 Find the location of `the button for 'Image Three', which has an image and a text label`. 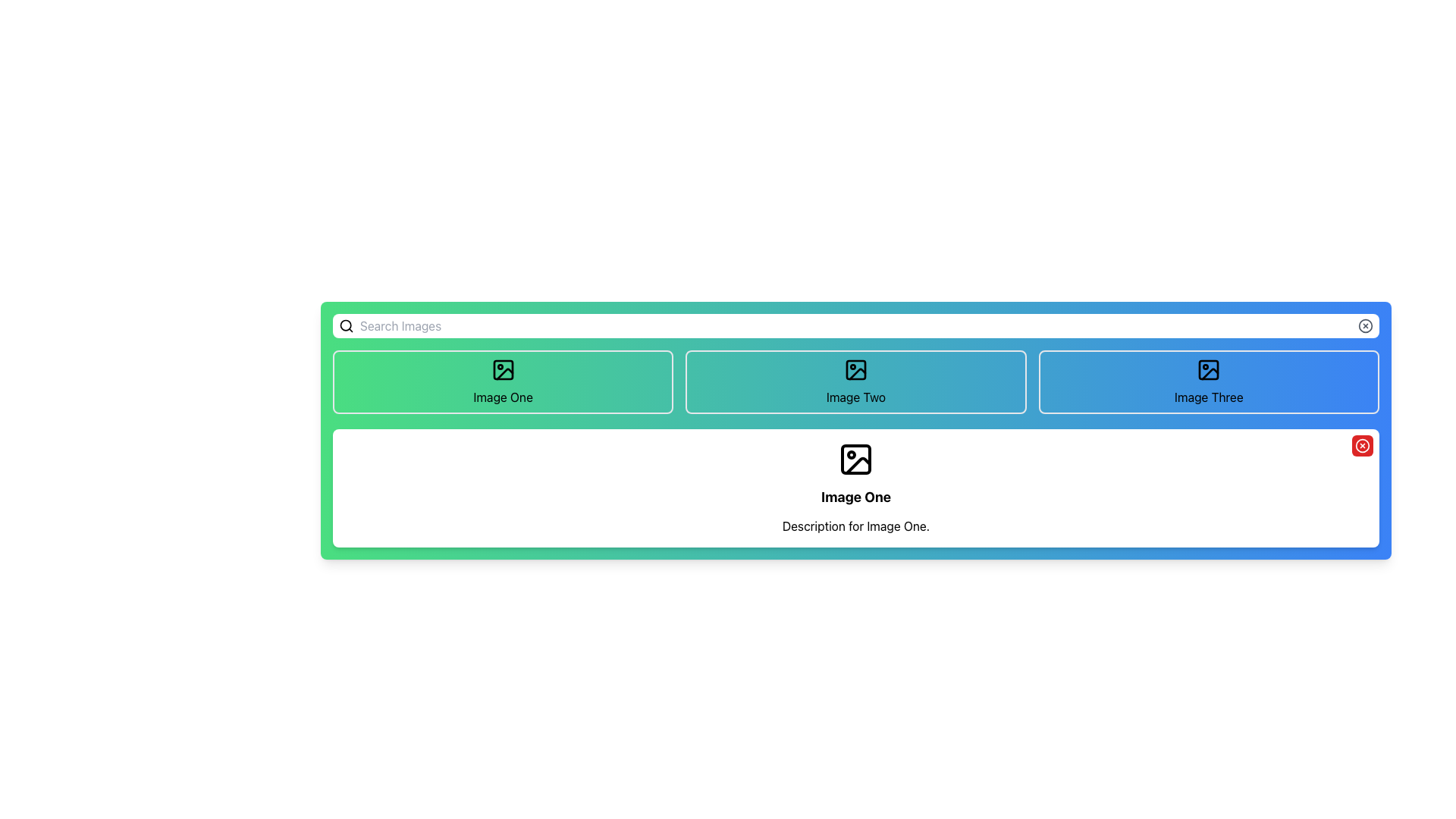

the button for 'Image Three', which has an image and a text label is located at coordinates (1207, 381).